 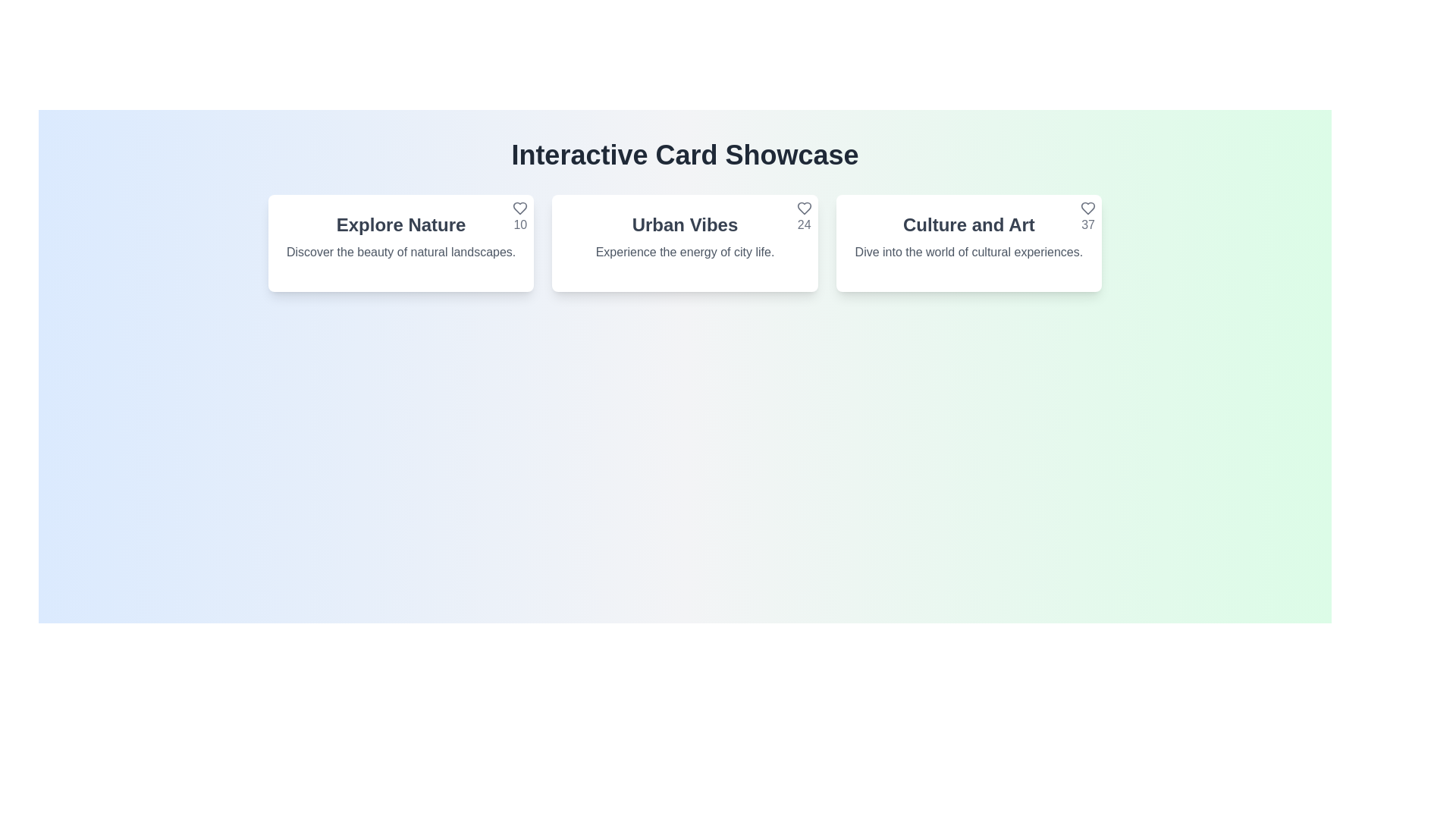 I want to click on the heart icon located in the top-right corner of the 'Explore Nature' card, so click(x=520, y=208).